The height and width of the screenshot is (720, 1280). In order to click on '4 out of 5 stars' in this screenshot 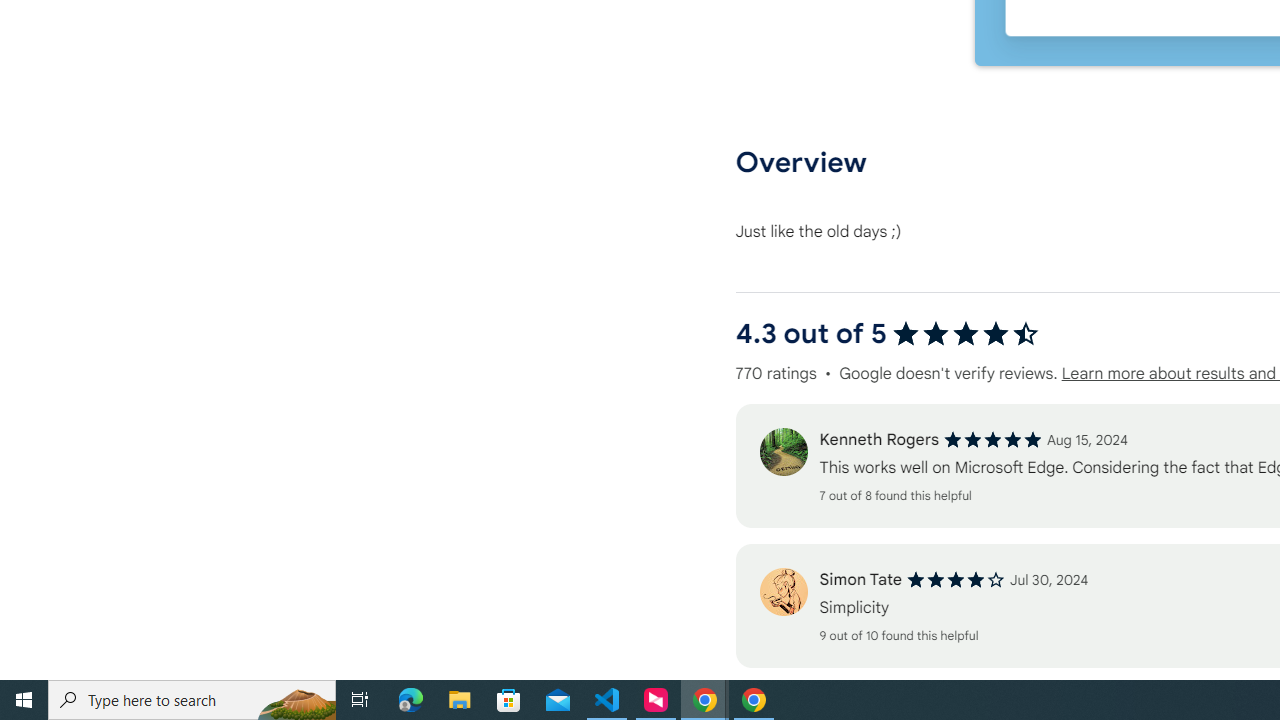, I will do `click(955, 580)`.